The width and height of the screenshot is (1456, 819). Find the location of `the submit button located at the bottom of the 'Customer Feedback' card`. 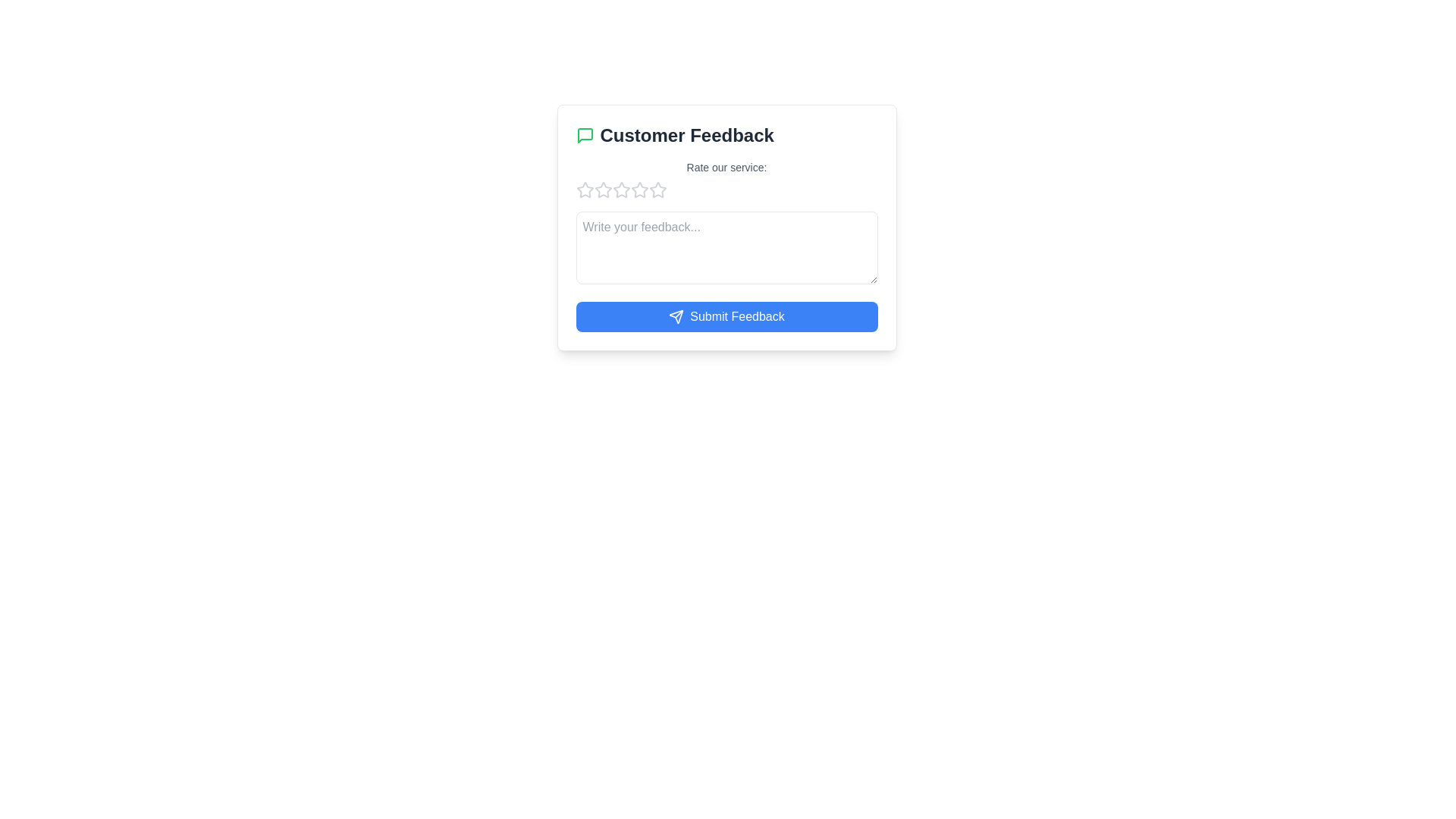

the submit button located at the bottom of the 'Customer Feedback' card is located at coordinates (726, 315).